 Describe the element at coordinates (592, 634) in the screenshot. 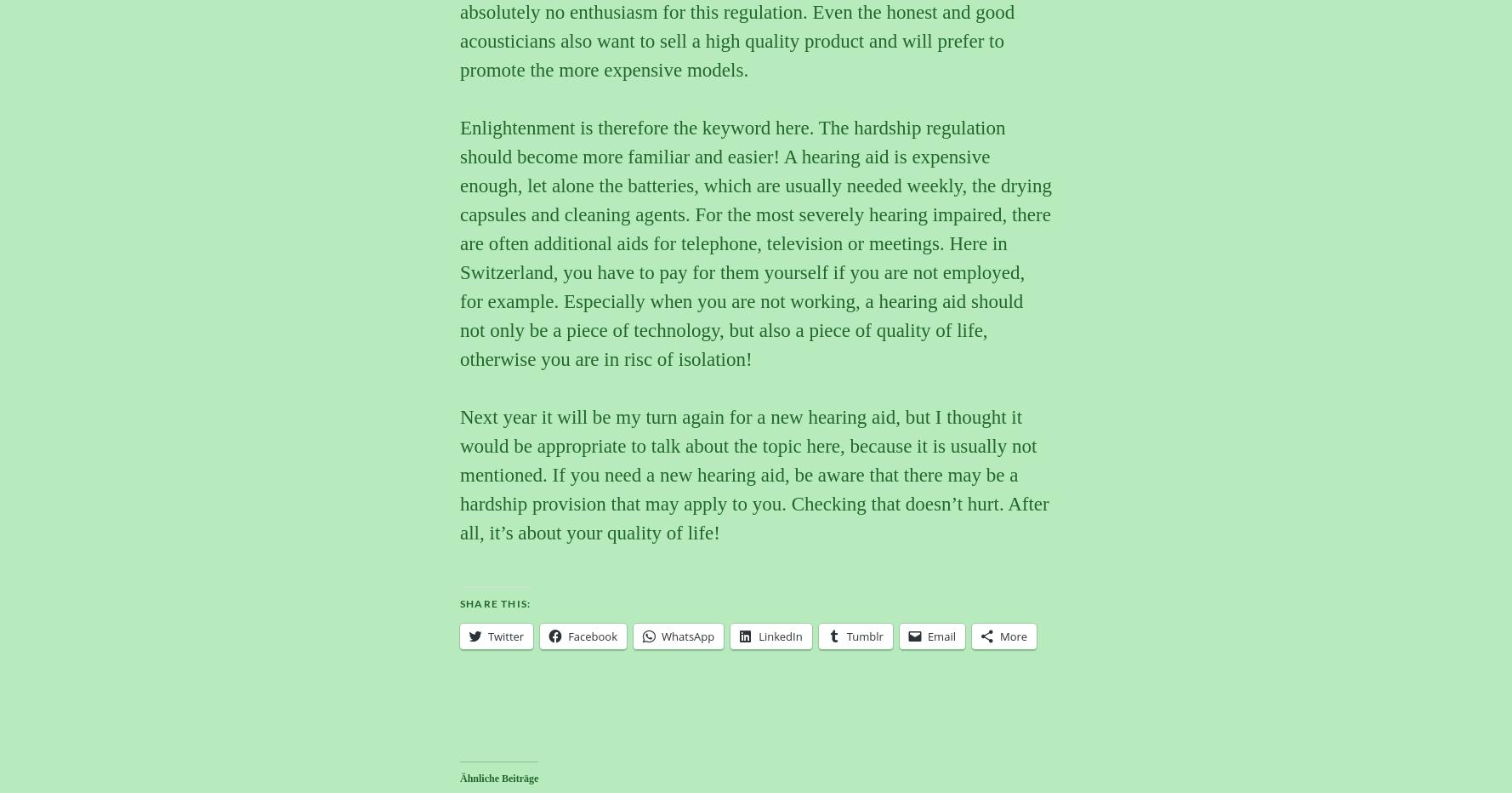

I see `'Facebook'` at that location.